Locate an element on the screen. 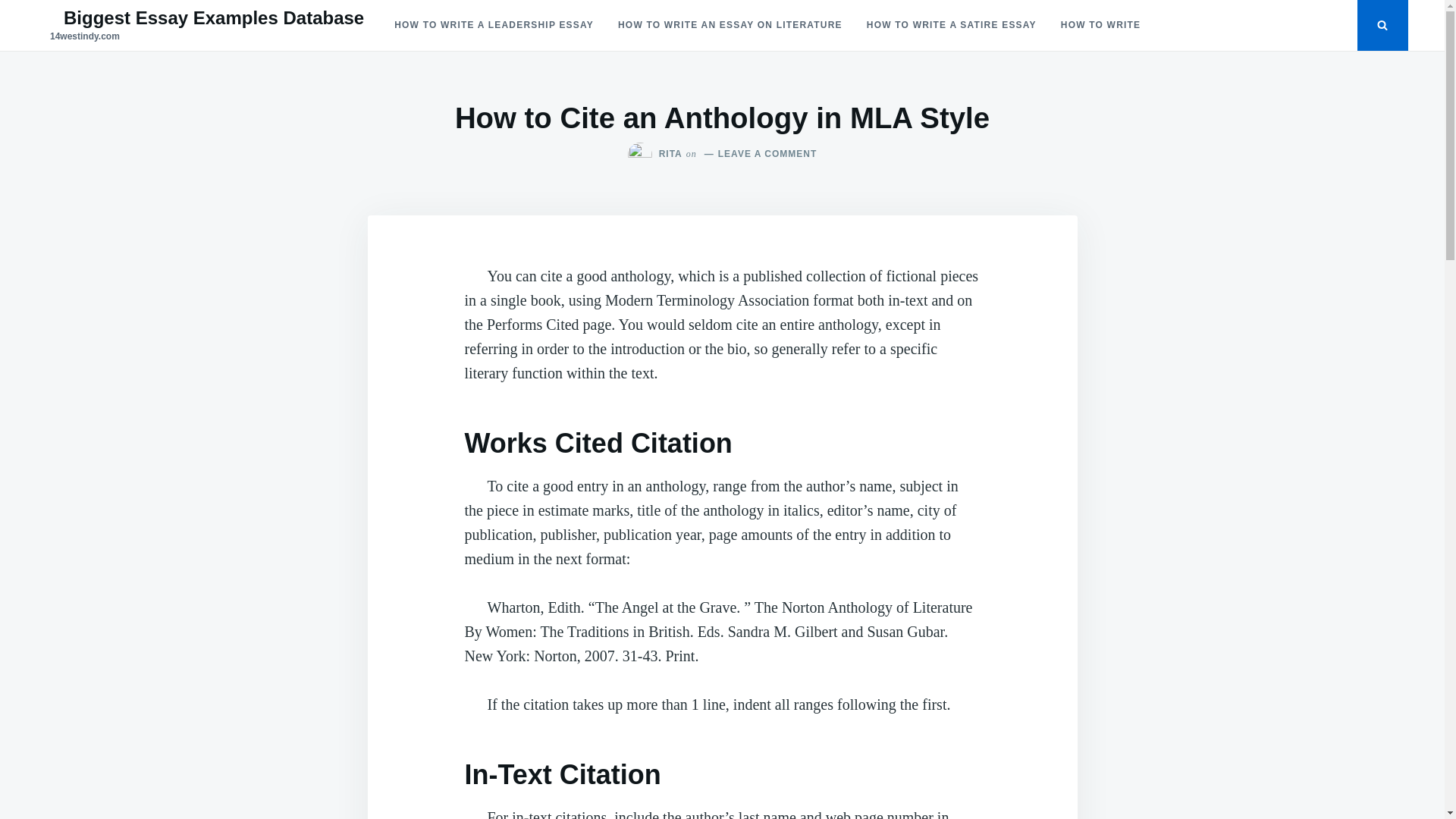 The height and width of the screenshot is (819, 1456). 'LEAVE A COMMENT is located at coordinates (759, 154).